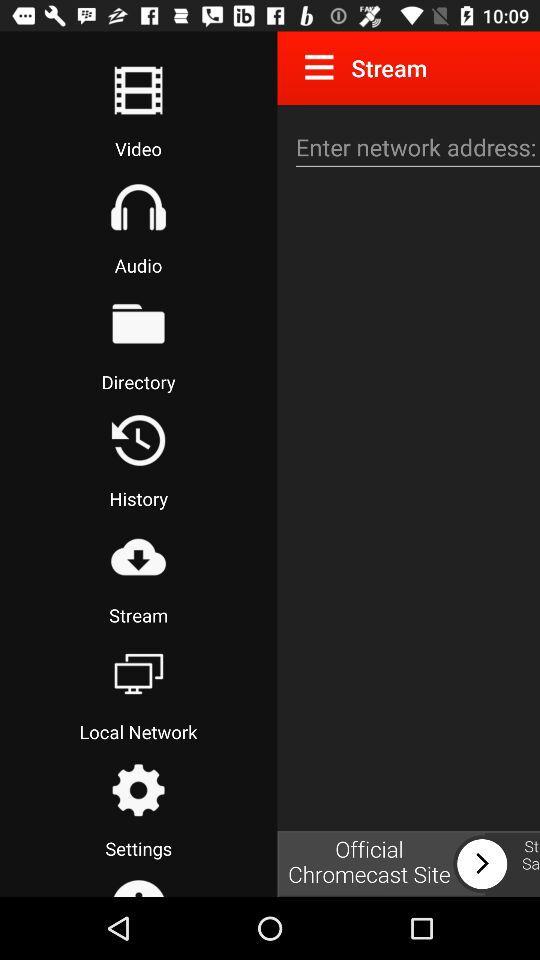  What do you see at coordinates (137, 673) in the screenshot?
I see `open local network` at bounding box center [137, 673].